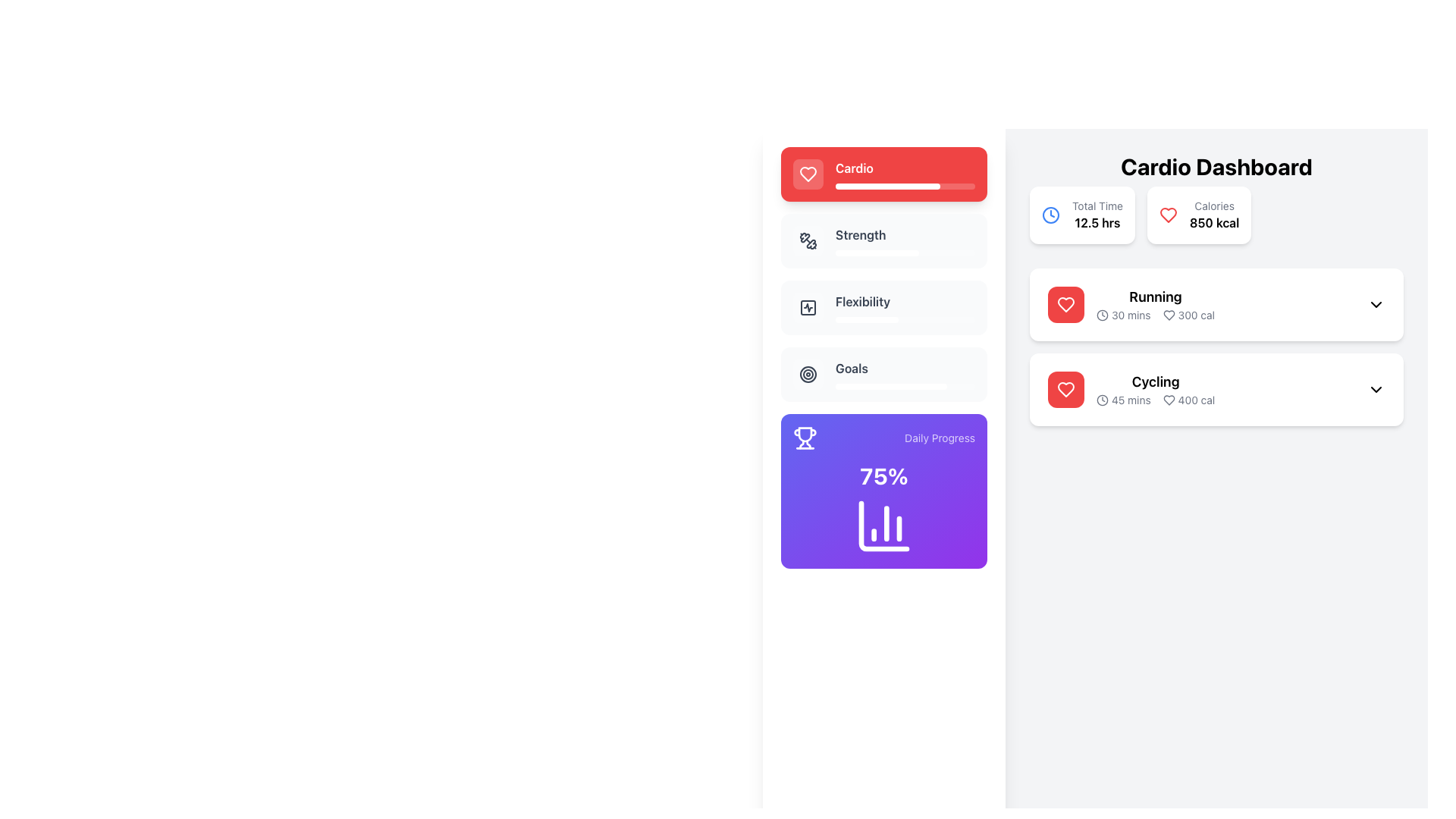 The image size is (1456, 819). What do you see at coordinates (884, 491) in the screenshot?
I see `the bar chart representation of the daily progress card that displays a 75% completion rate, located directly below the 'Goals' card in the vertical stack of cards` at bounding box center [884, 491].